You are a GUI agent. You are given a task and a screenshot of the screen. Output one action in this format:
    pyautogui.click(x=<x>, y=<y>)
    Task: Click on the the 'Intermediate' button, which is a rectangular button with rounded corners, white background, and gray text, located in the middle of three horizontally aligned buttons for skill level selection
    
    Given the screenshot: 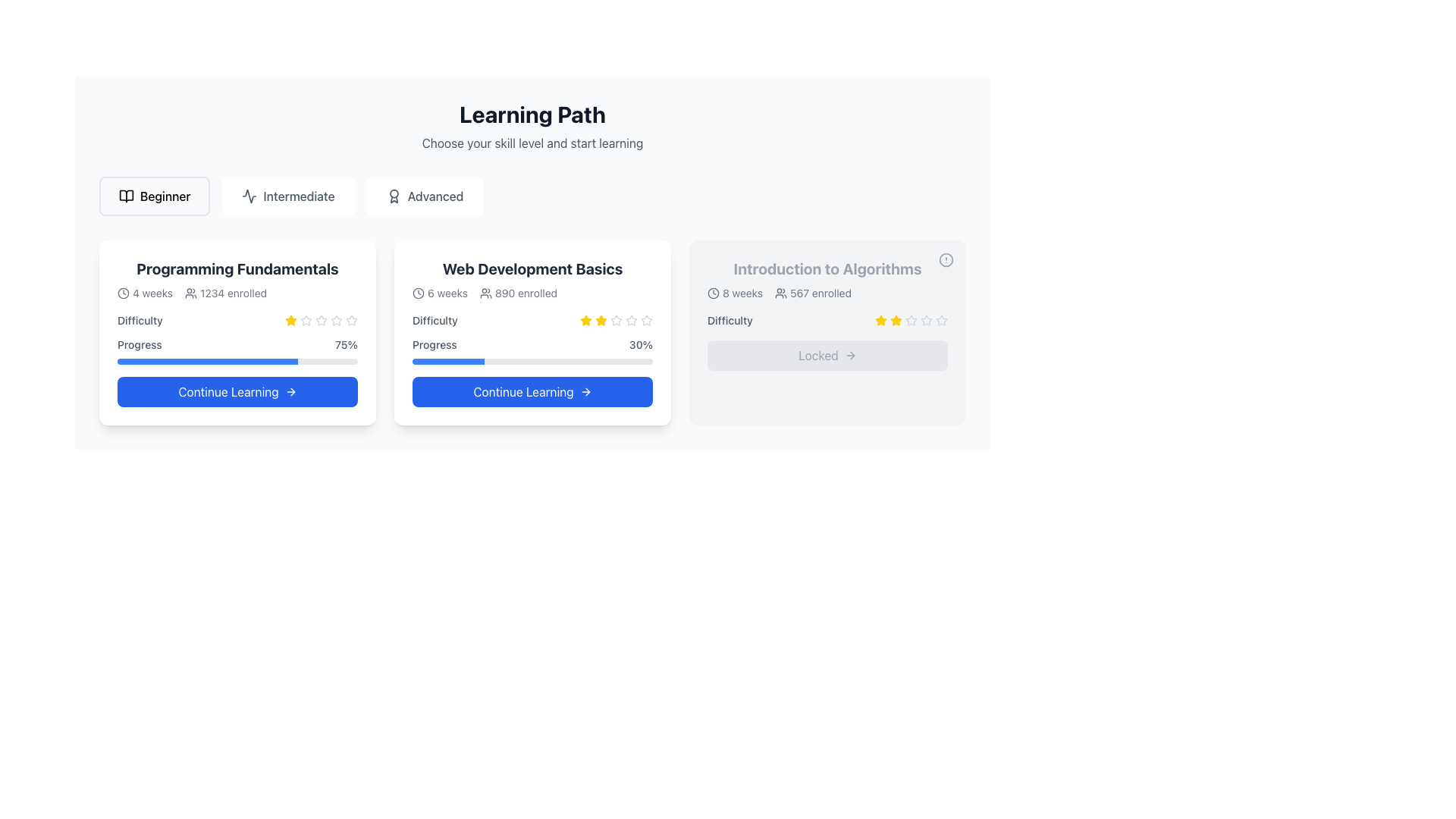 What is the action you would take?
    pyautogui.click(x=288, y=195)
    